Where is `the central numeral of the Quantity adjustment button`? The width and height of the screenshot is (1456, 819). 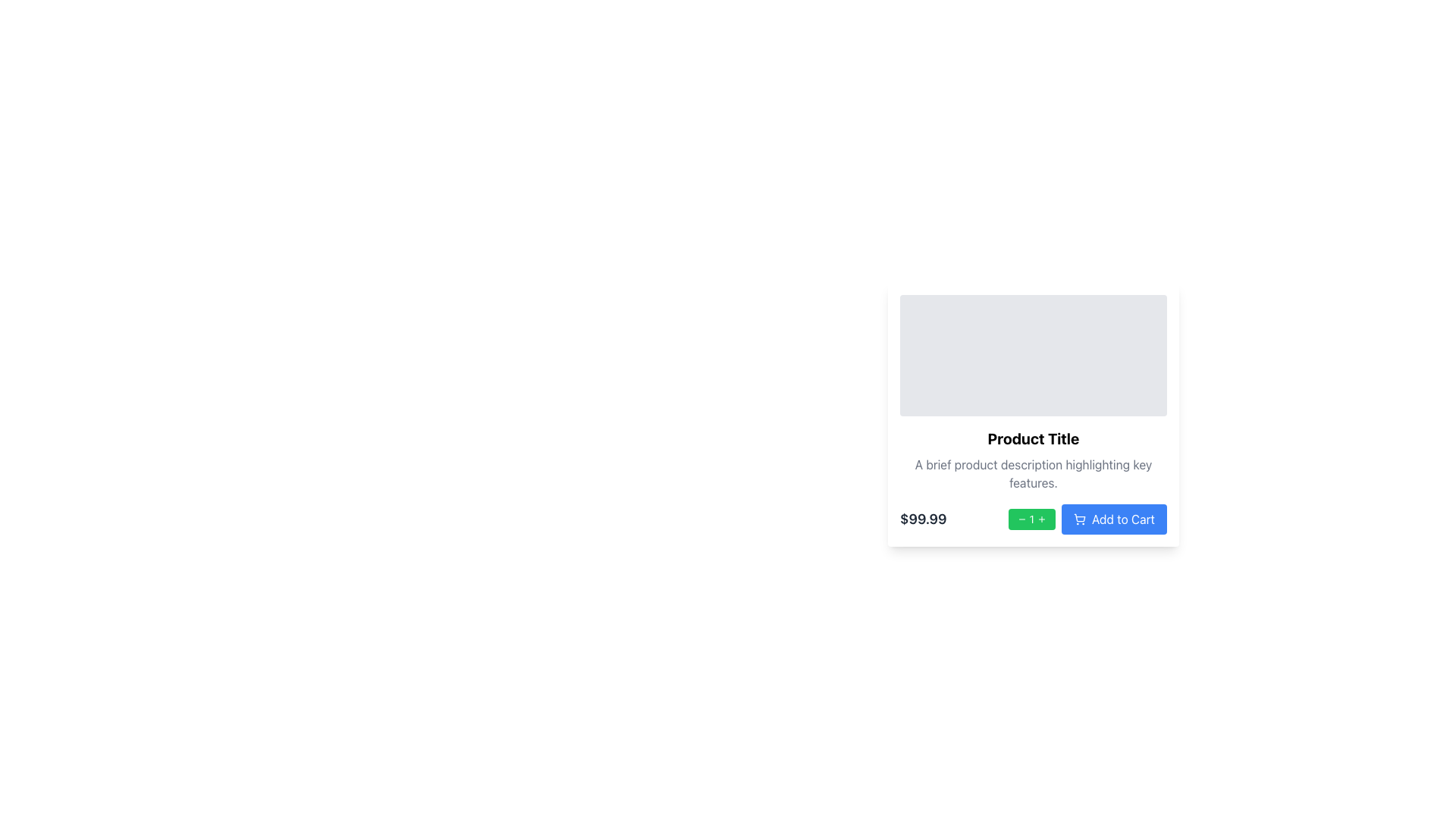
the central numeral of the Quantity adjustment button is located at coordinates (1031, 519).